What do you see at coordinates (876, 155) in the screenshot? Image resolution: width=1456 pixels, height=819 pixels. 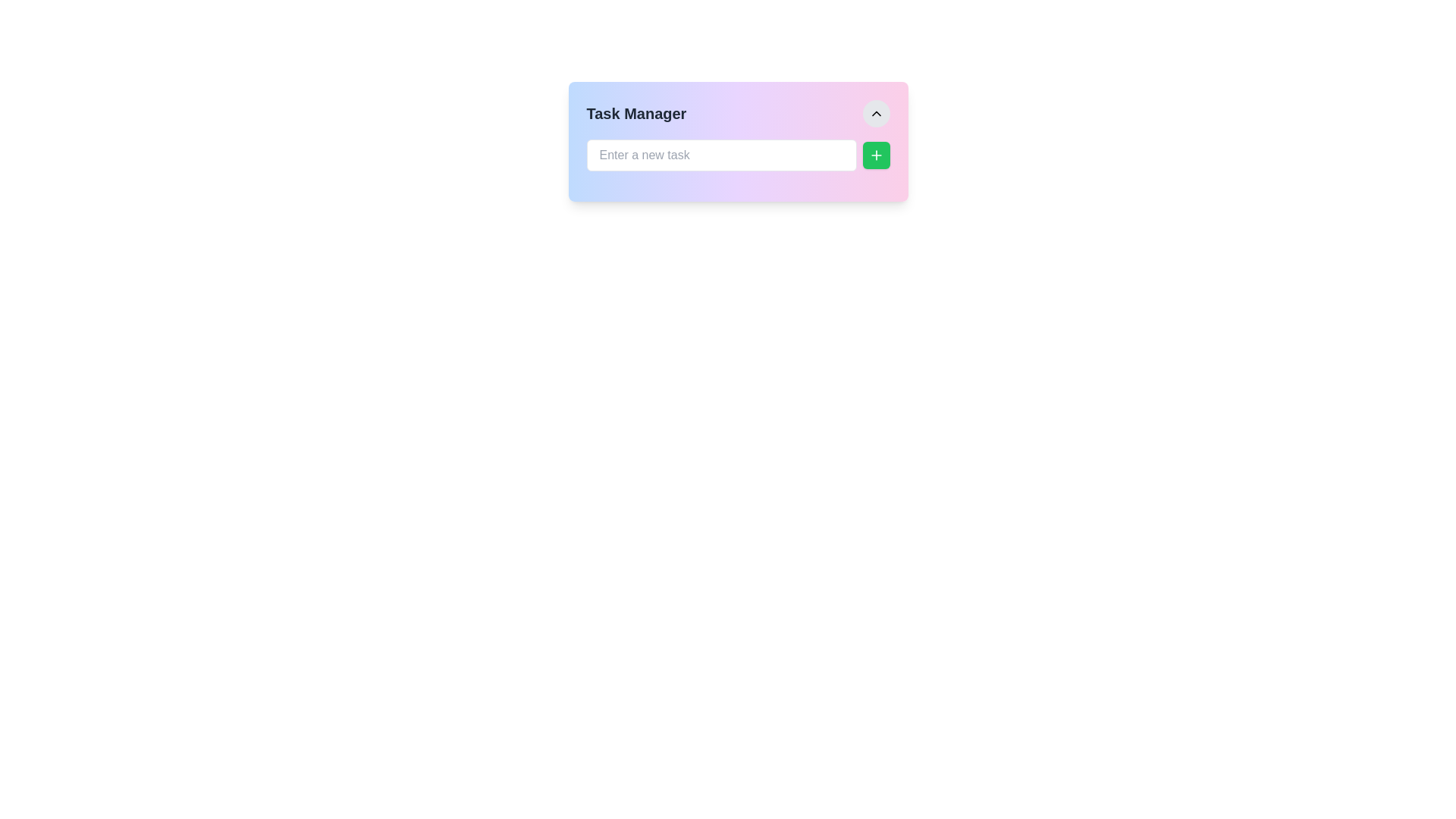 I see `the green rounded button with an SVG icon located on the right side of the interface` at bounding box center [876, 155].